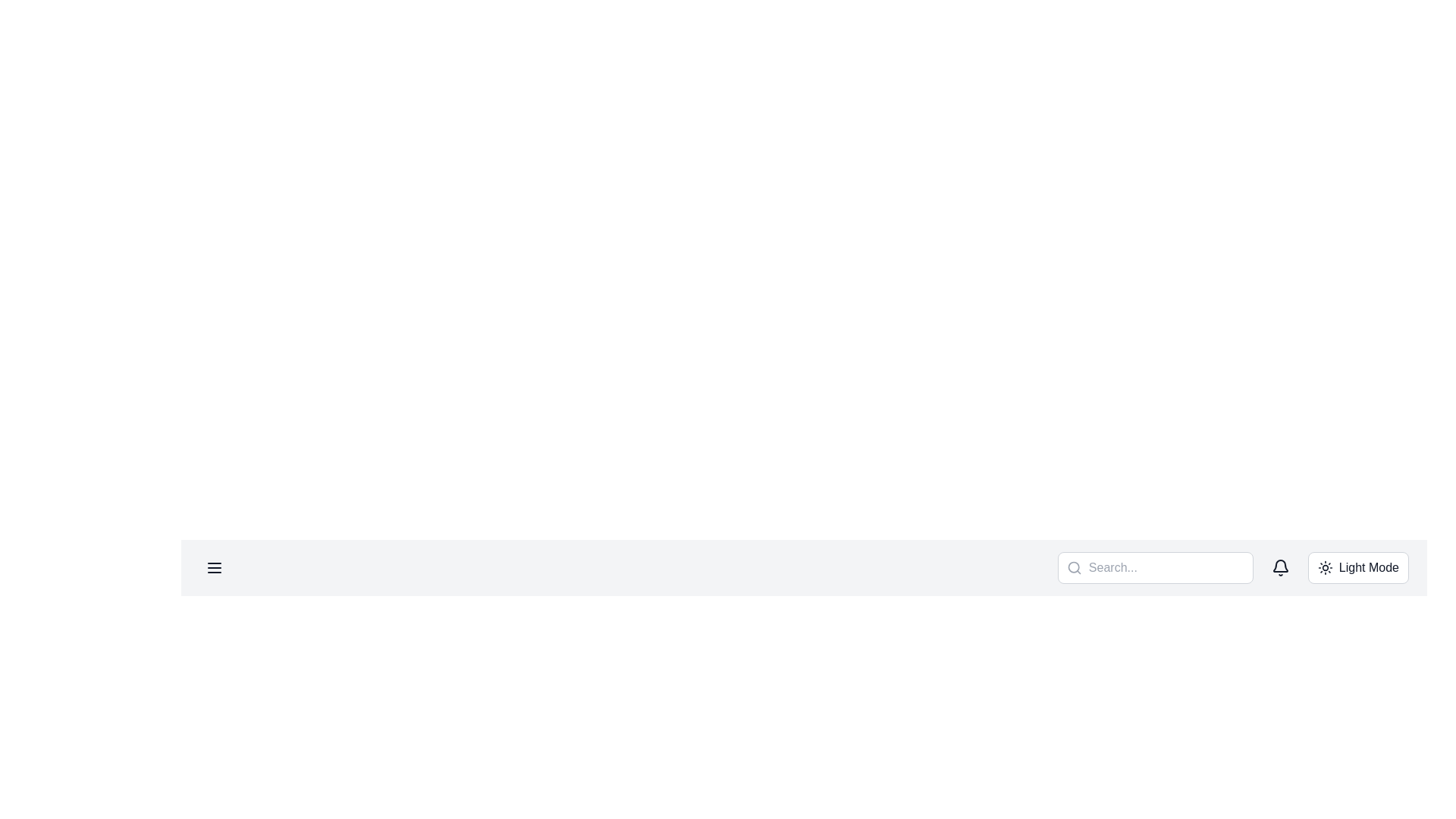  Describe the element at coordinates (1279, 567) in the screenshot. I see `the bell icon button on the top navigation bar` at that location.